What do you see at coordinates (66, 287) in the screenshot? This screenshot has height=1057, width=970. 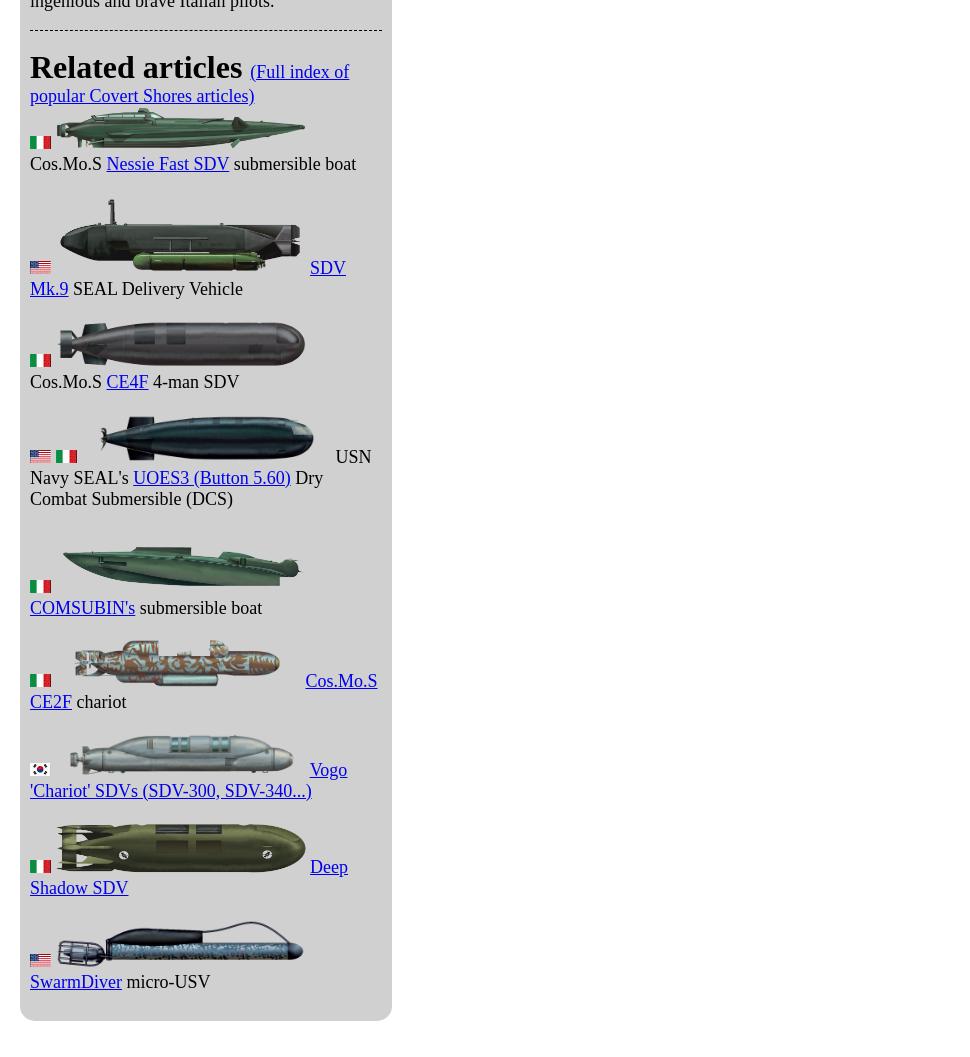 I see `'SEAL Delivery Vehicle'` at bounding box center [66, 287].